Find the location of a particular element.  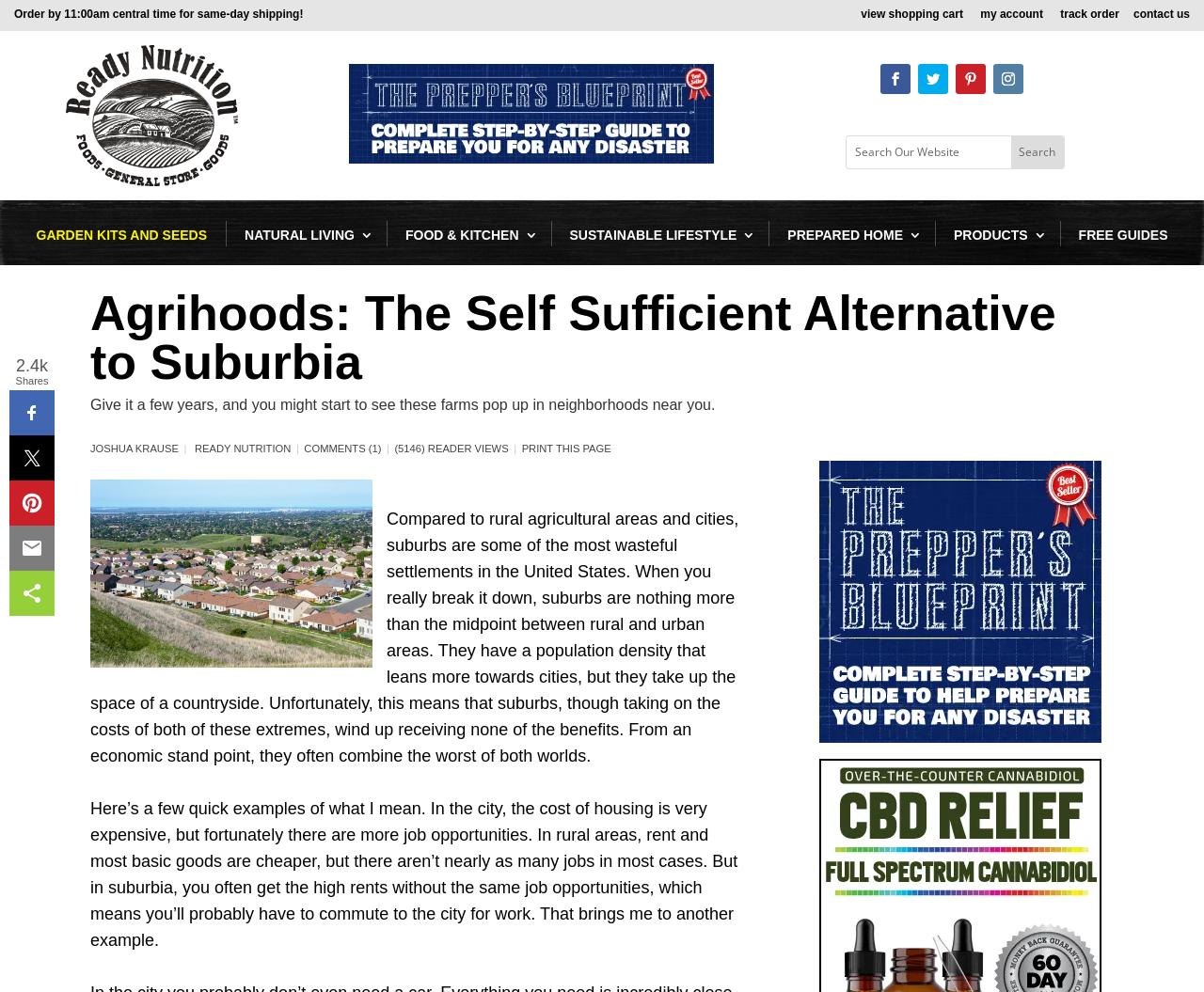

'Joshua Krause' is located at coordinates (133, 448).